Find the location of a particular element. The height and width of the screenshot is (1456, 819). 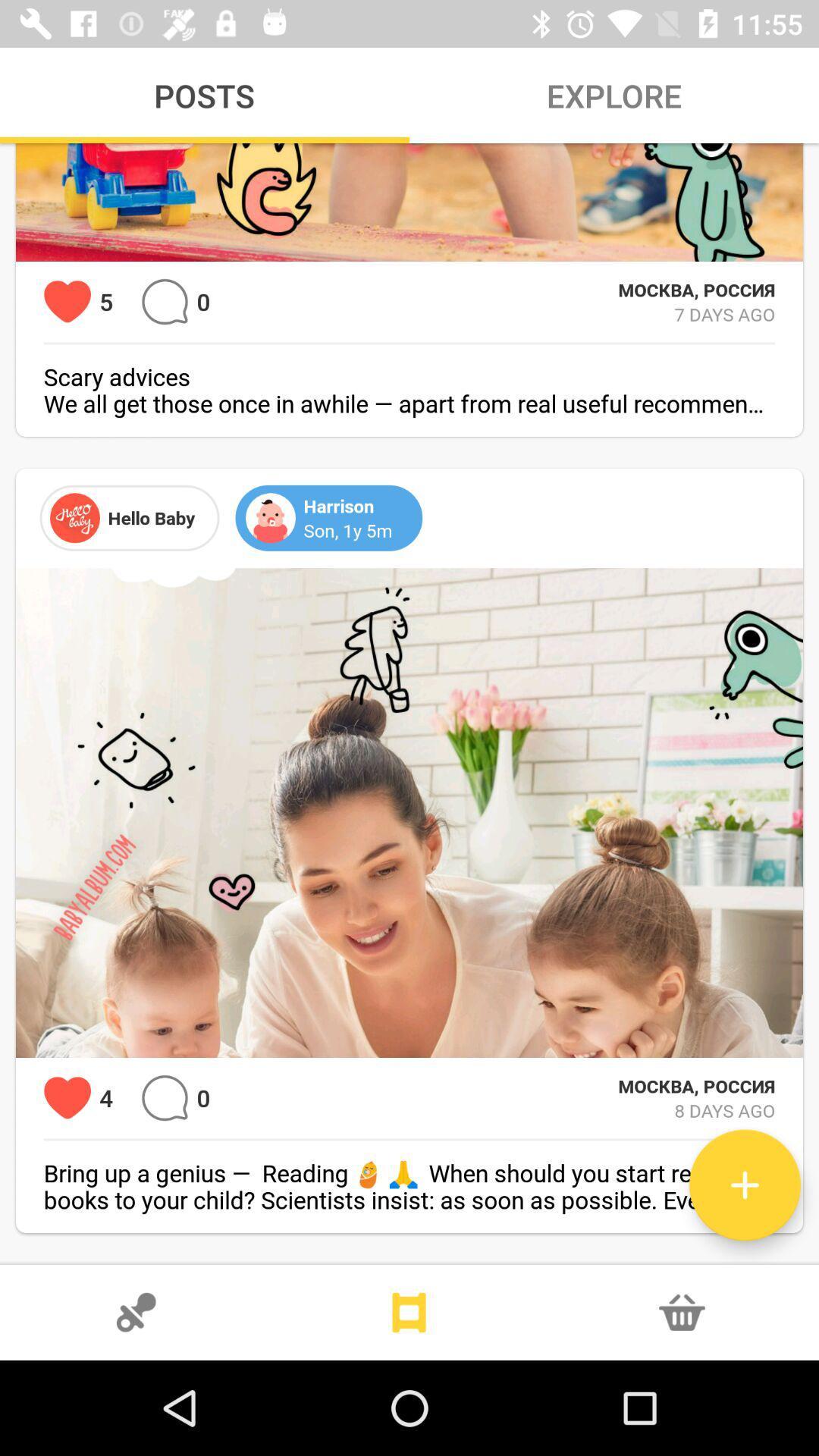

post is located at coordinates (744, 1185).